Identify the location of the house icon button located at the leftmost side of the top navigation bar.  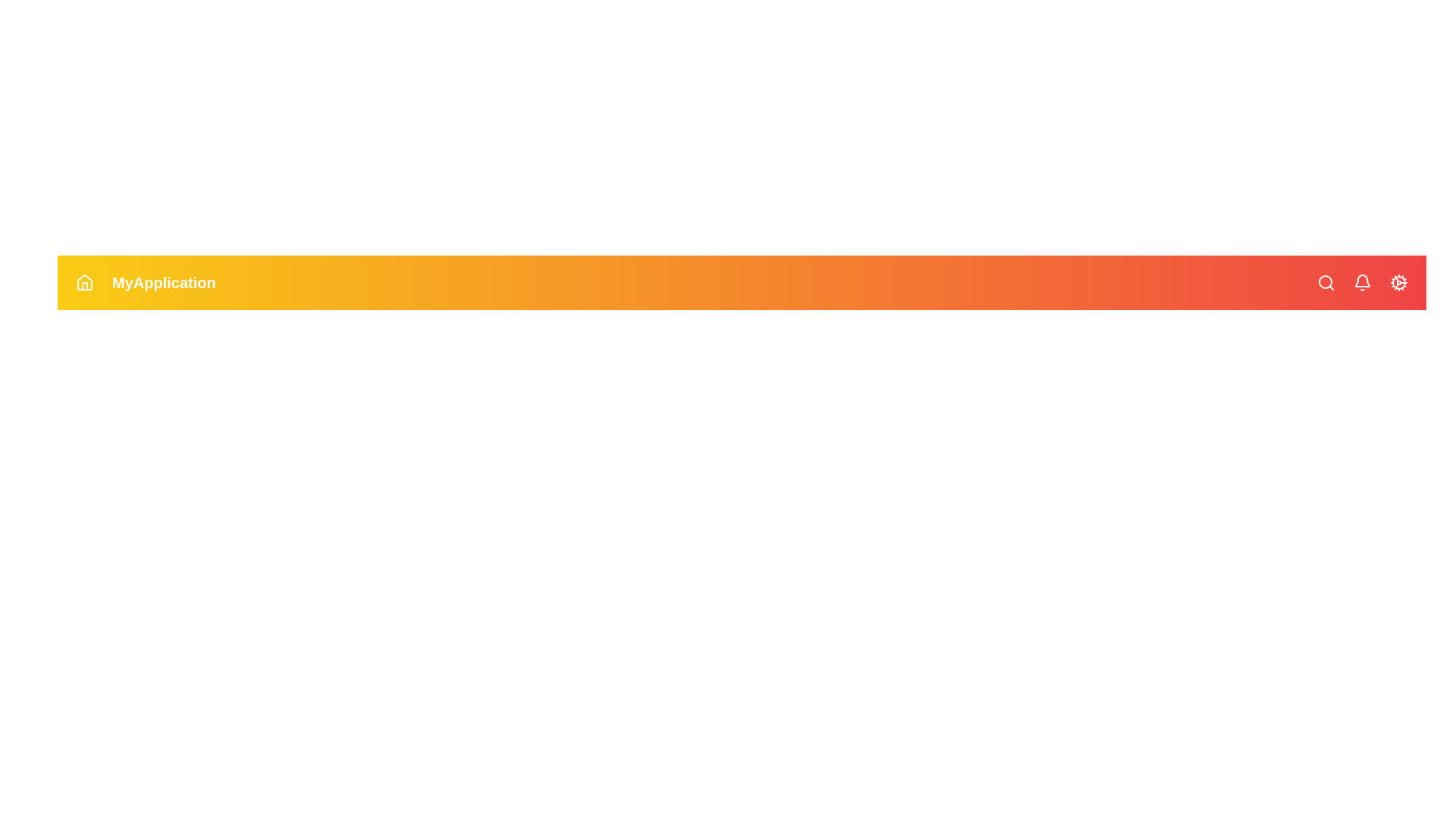
(83, 283).